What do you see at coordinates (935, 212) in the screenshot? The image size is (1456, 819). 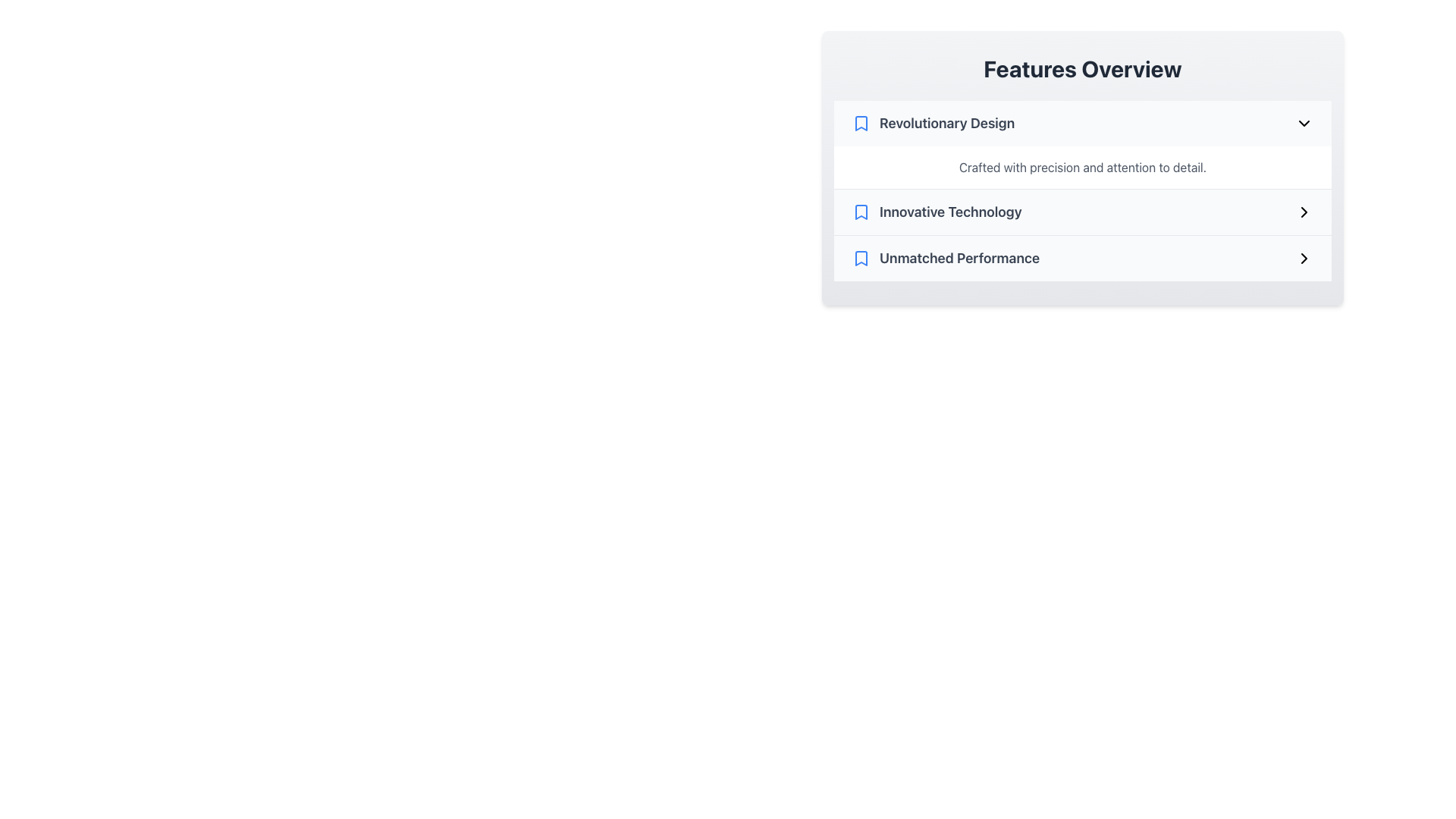 I see `the second entry labeled 'Innovative Technology' in the 'Features Overview' section` at bounding box center [935, 212].